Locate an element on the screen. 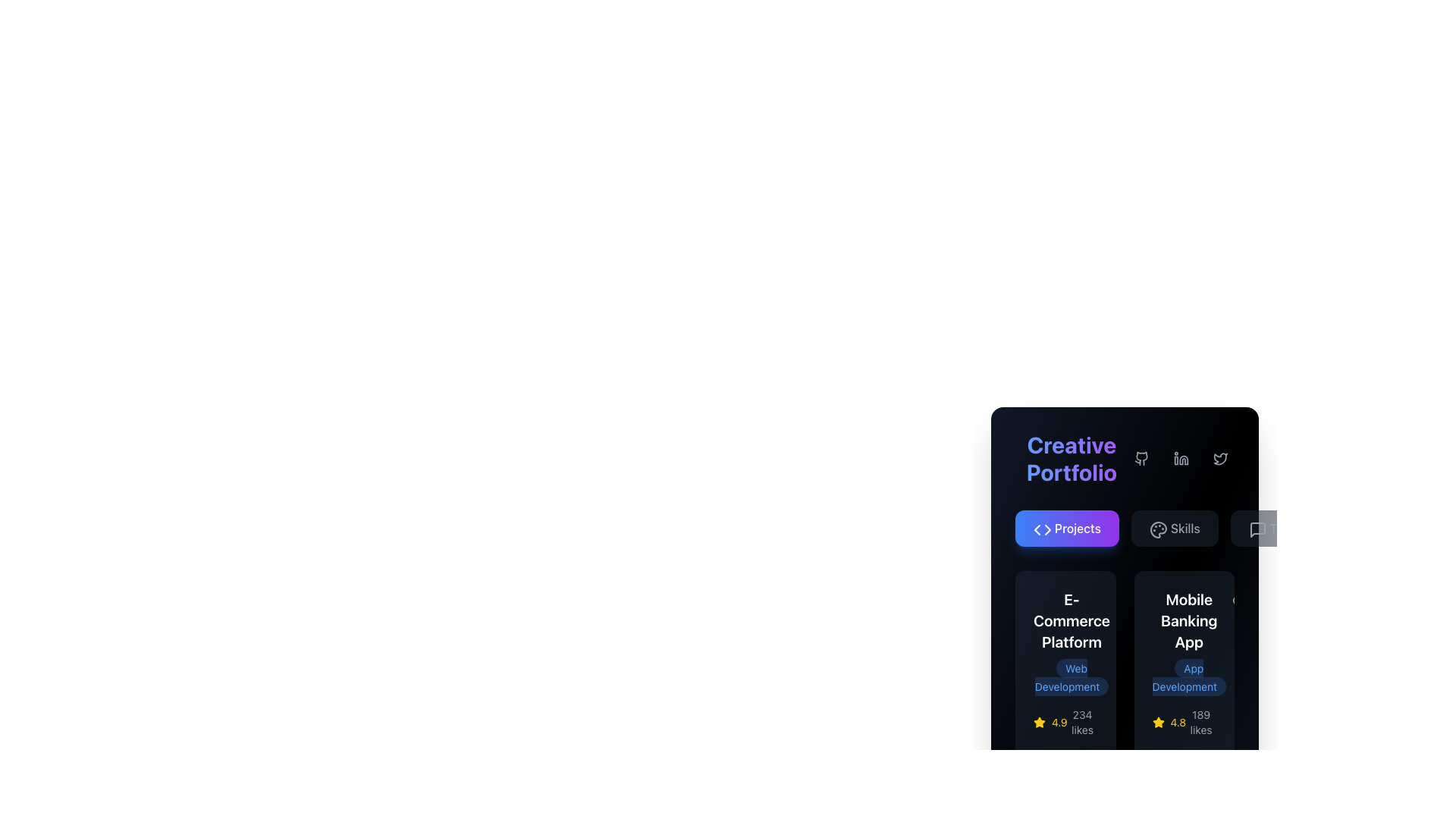 This screenshot has height=819, width=1456. the Twitter icon, which is a simplistic outline of a bird located at the top-right corner of the panel is located at coordinates (1220, 458).